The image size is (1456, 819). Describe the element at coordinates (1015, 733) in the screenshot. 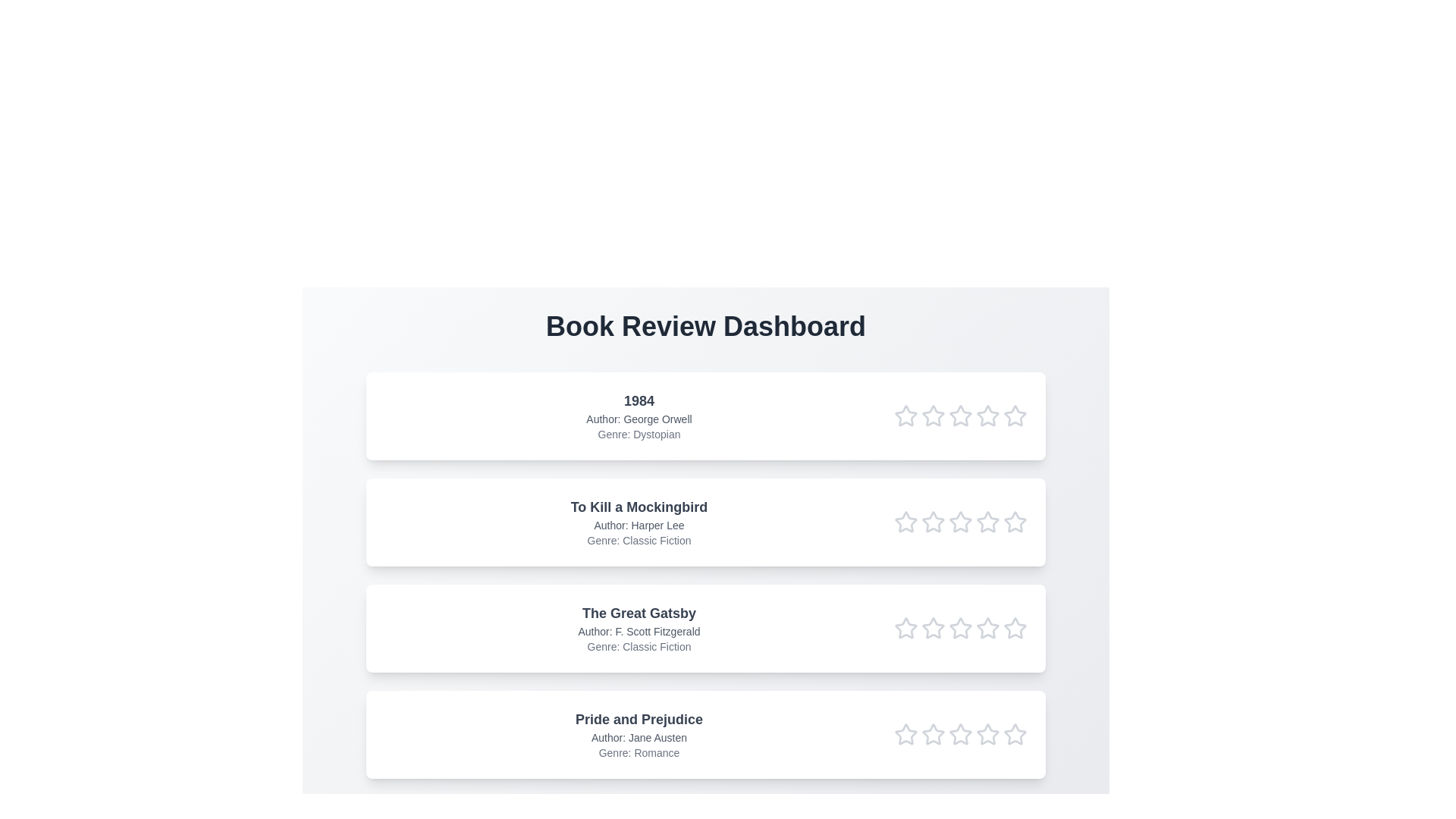

I see `the rating of the book 'Pride and Prejudice' to 5 stars by clicking on the respective star` at that location.